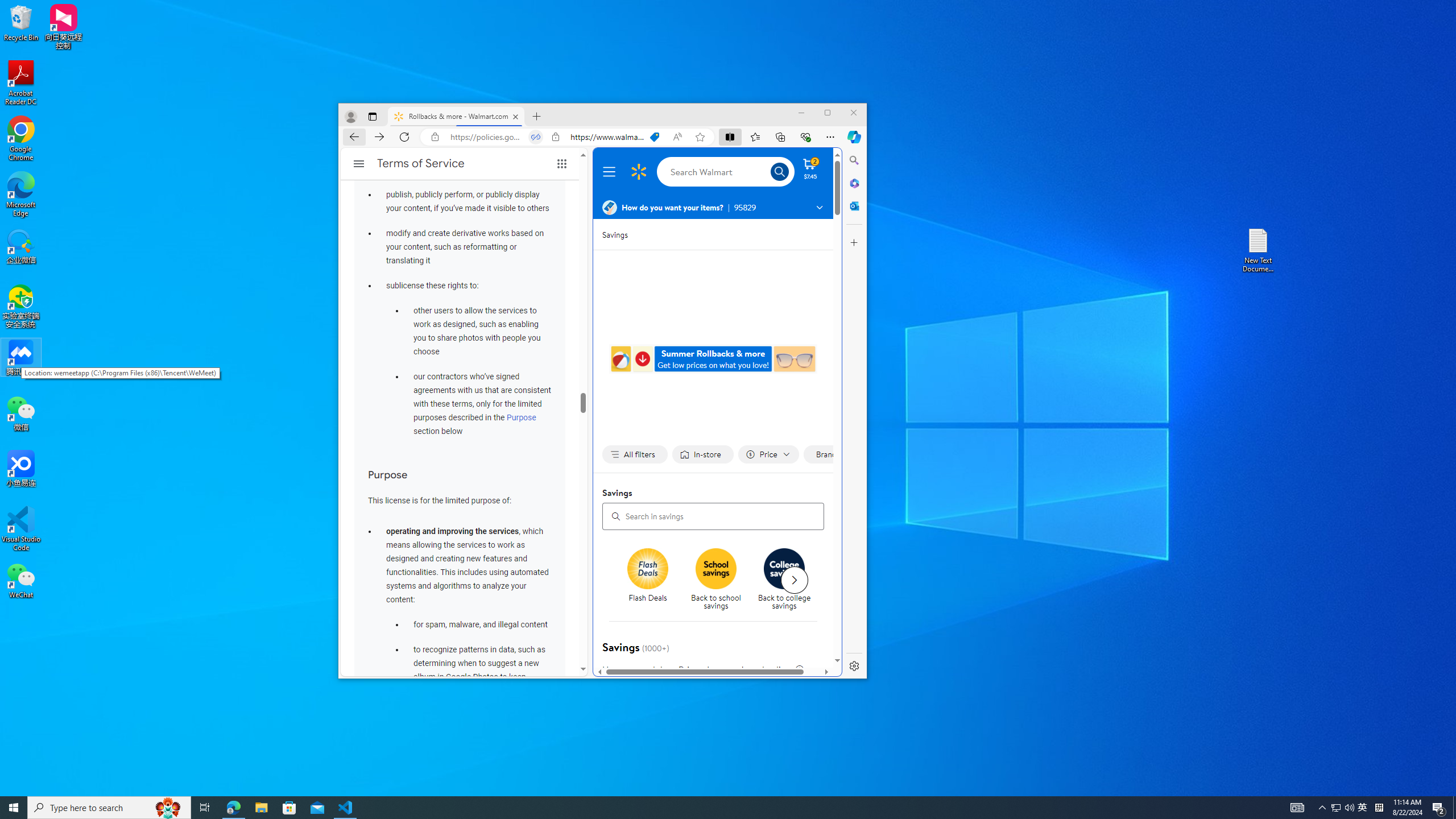 The width and height of the screenshot is (1456, 819). Describe the element at coordinates (20, 139) in the screenshot. I see `'Google Chrome'` at that location.